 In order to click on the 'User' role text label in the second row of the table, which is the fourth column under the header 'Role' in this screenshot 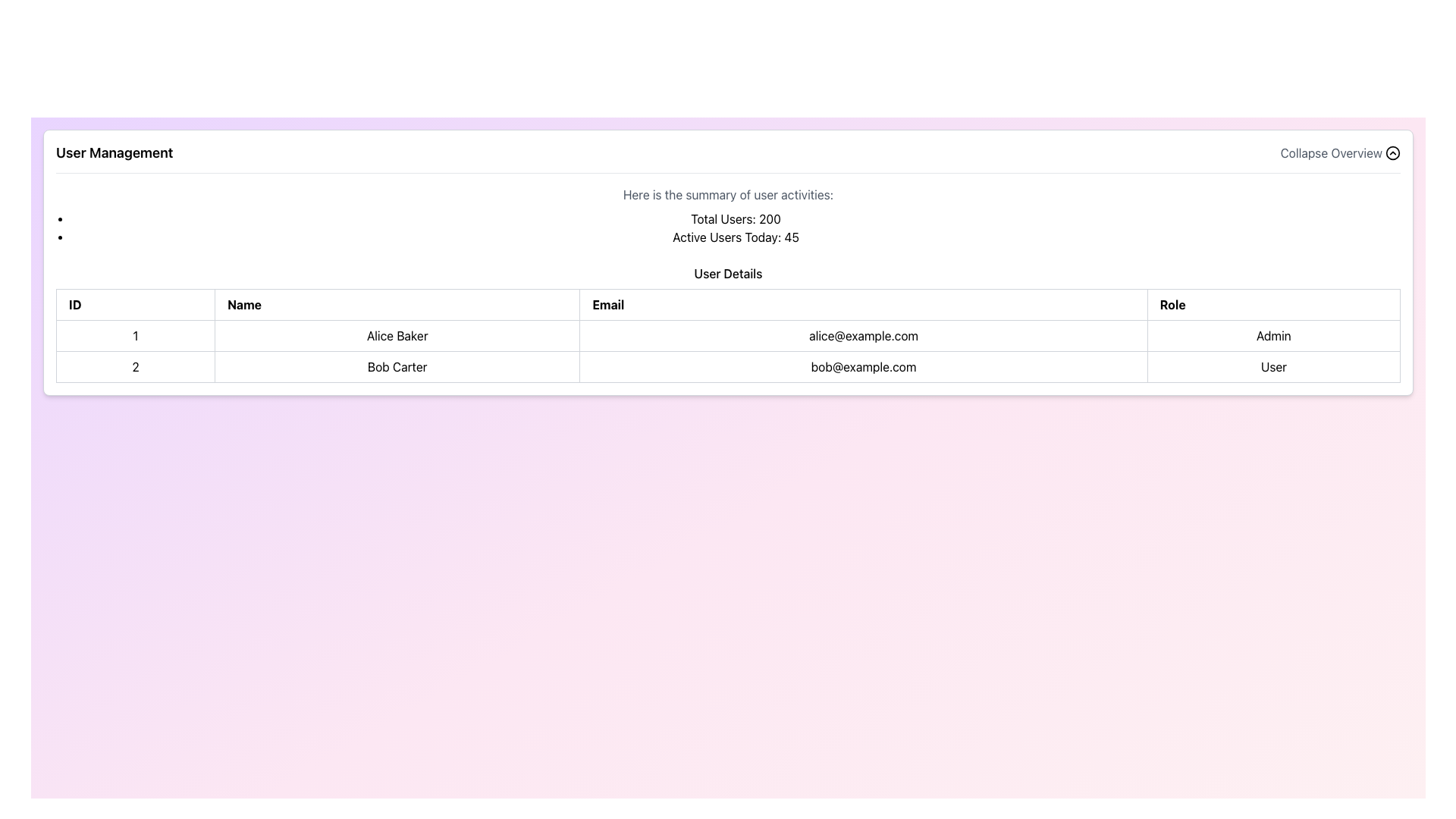, I will do `click(1273, 366)`.